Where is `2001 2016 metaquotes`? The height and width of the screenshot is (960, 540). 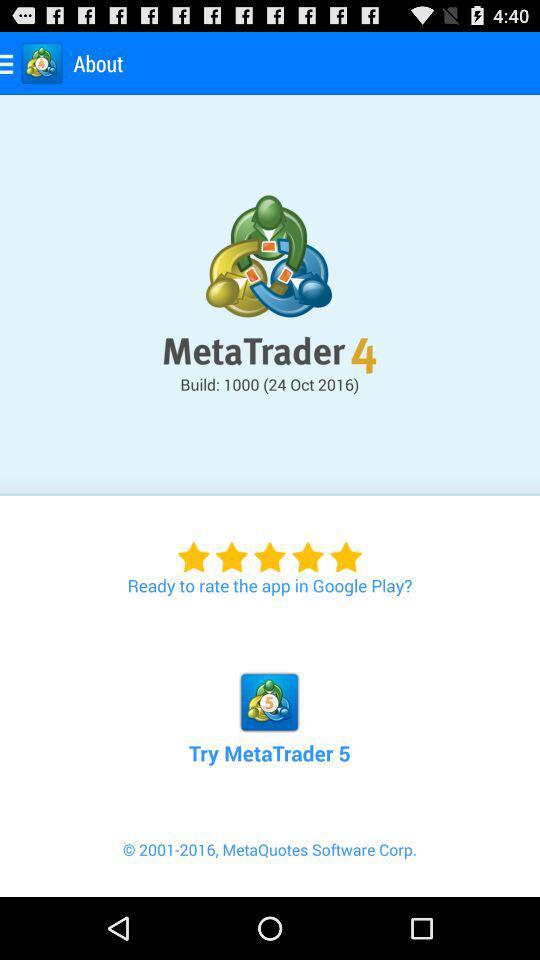
2001 2016 metaquotes is located at coordinates (270, 866).